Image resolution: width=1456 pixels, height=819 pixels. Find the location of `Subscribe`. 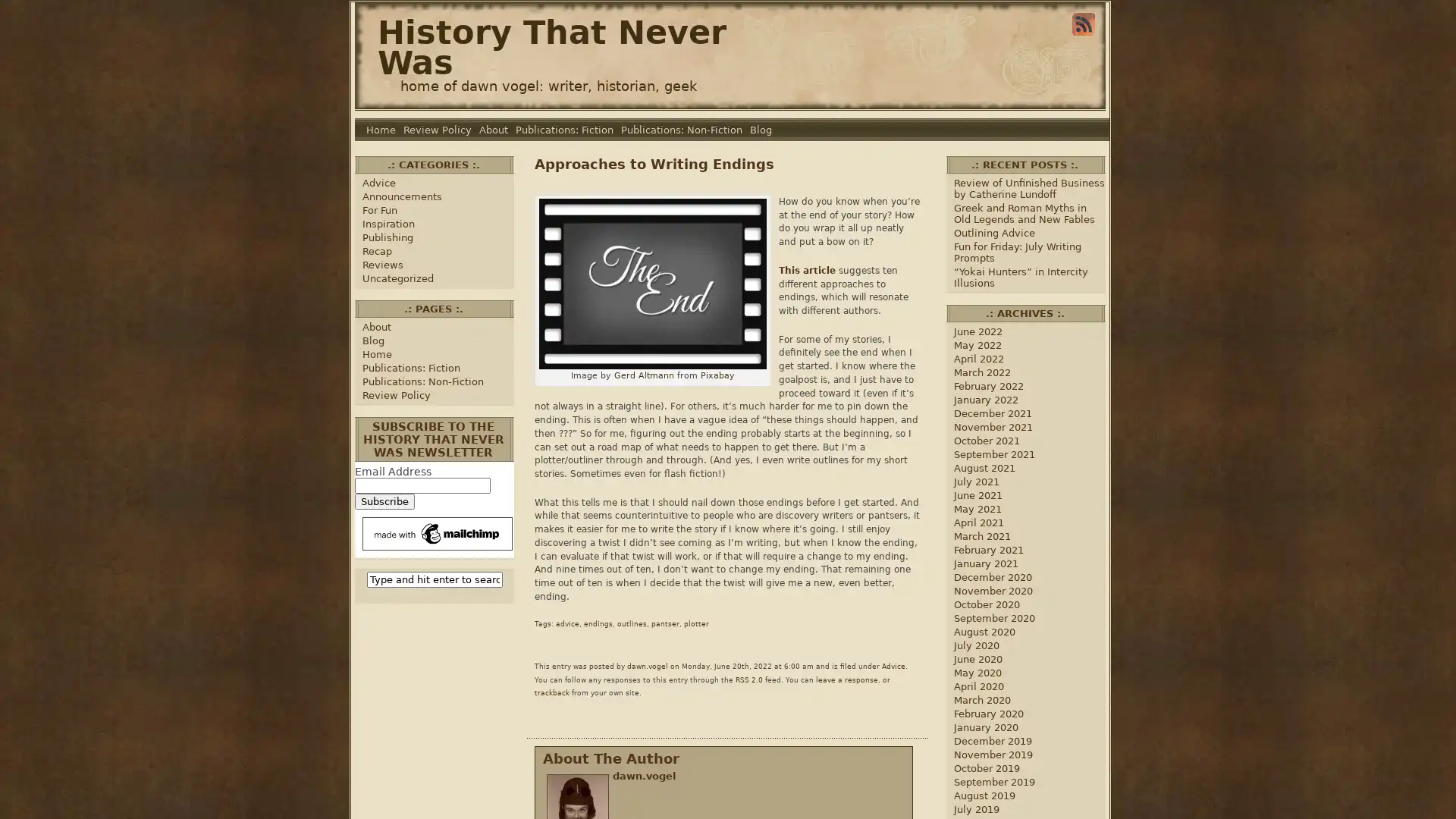

Subscribe is located at coordinates (384, 501).